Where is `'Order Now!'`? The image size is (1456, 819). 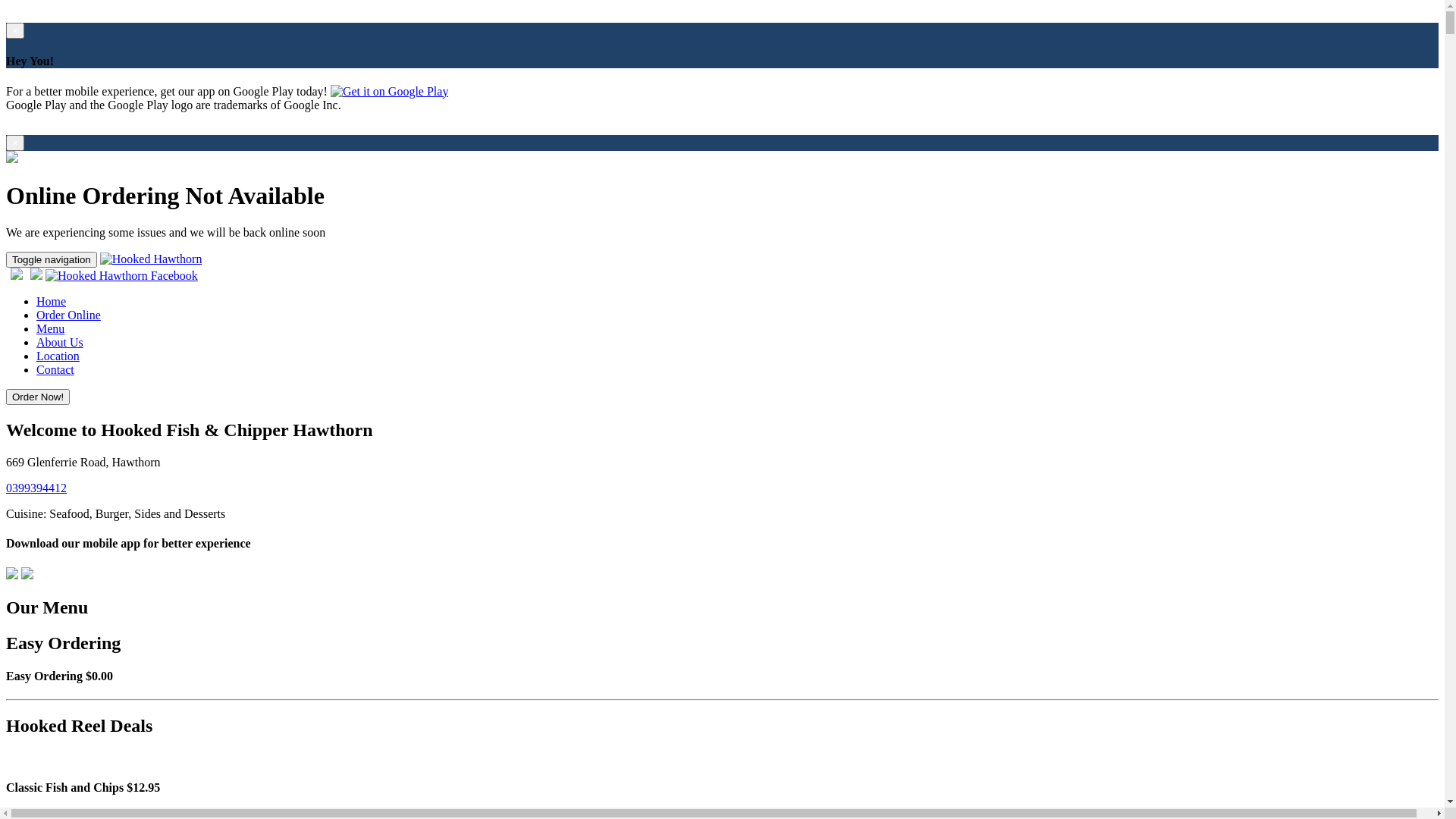 'Order Now!' is located at coordinates (6, 395).